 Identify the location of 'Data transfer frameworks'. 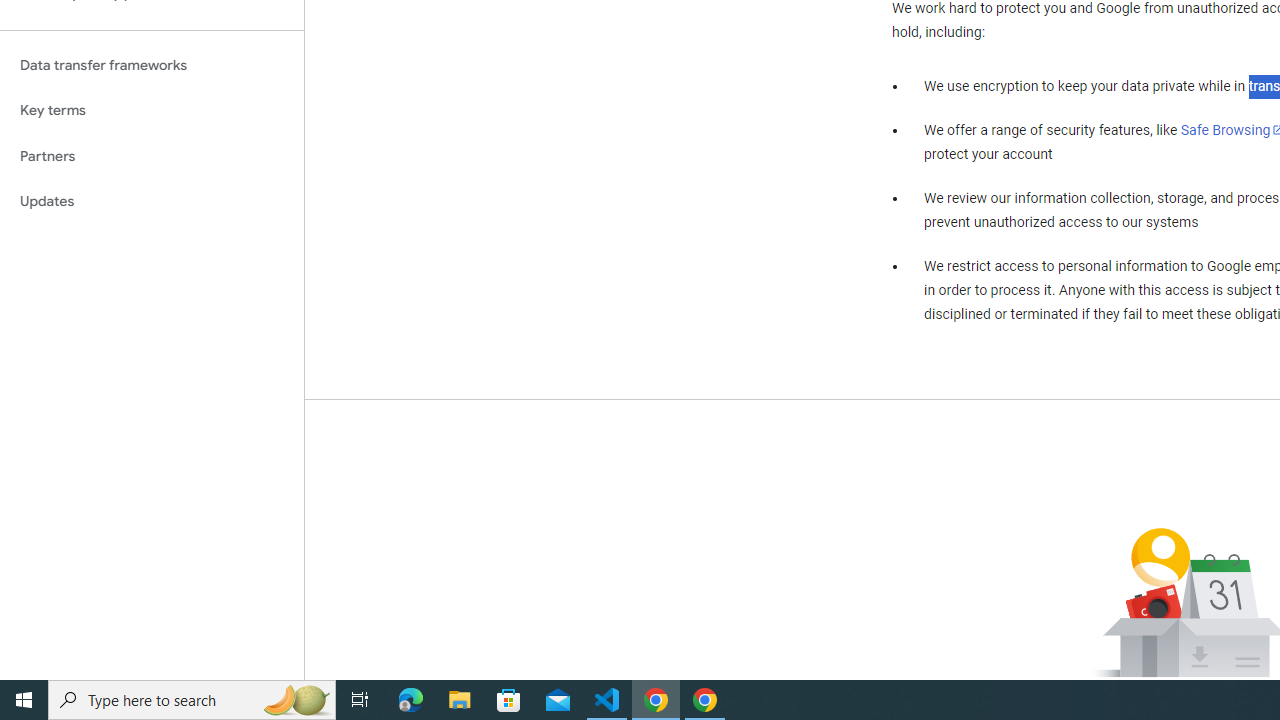
(151, 64).